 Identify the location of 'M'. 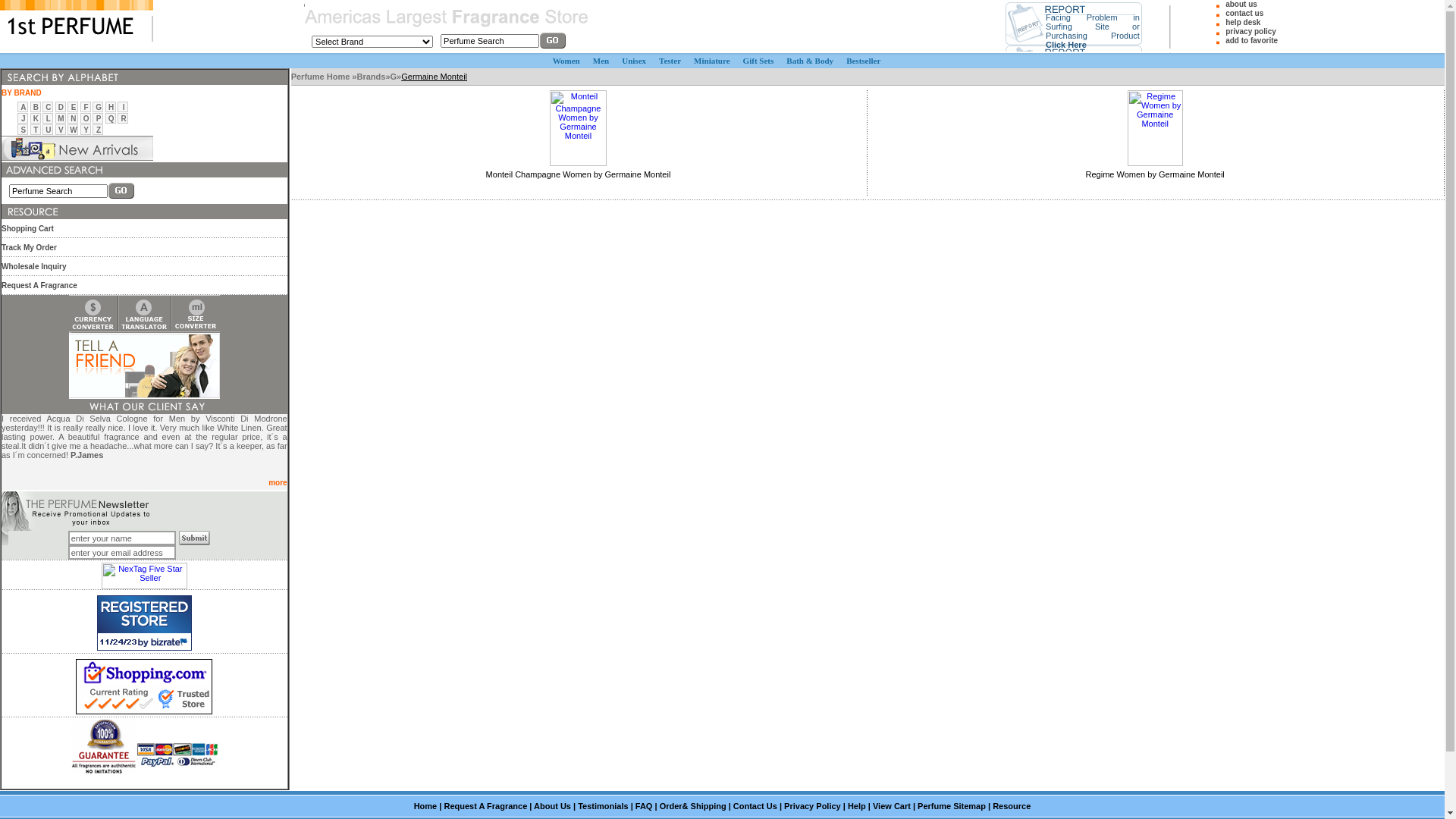
(61, 117).